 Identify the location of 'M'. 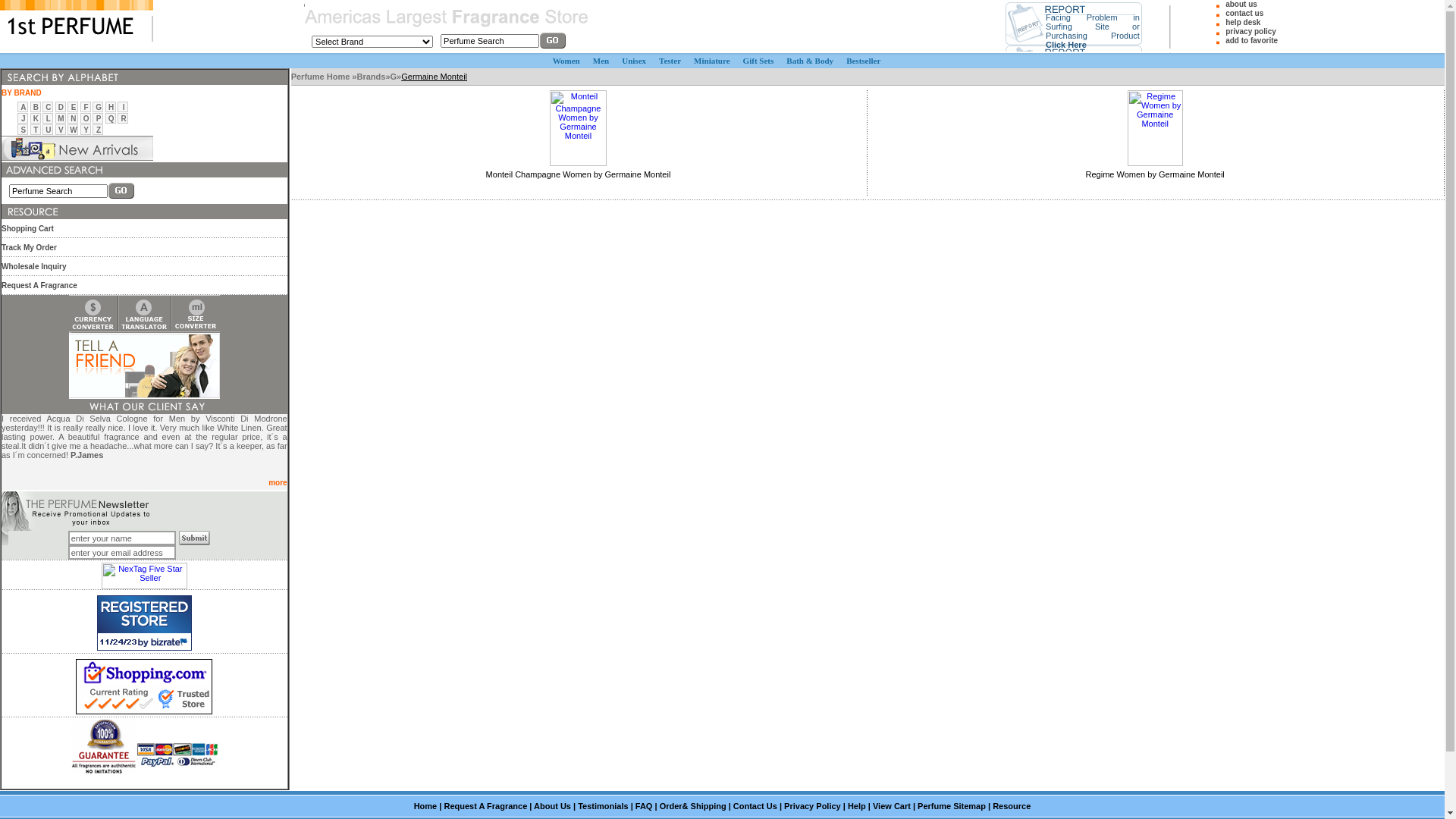
(61, 117).